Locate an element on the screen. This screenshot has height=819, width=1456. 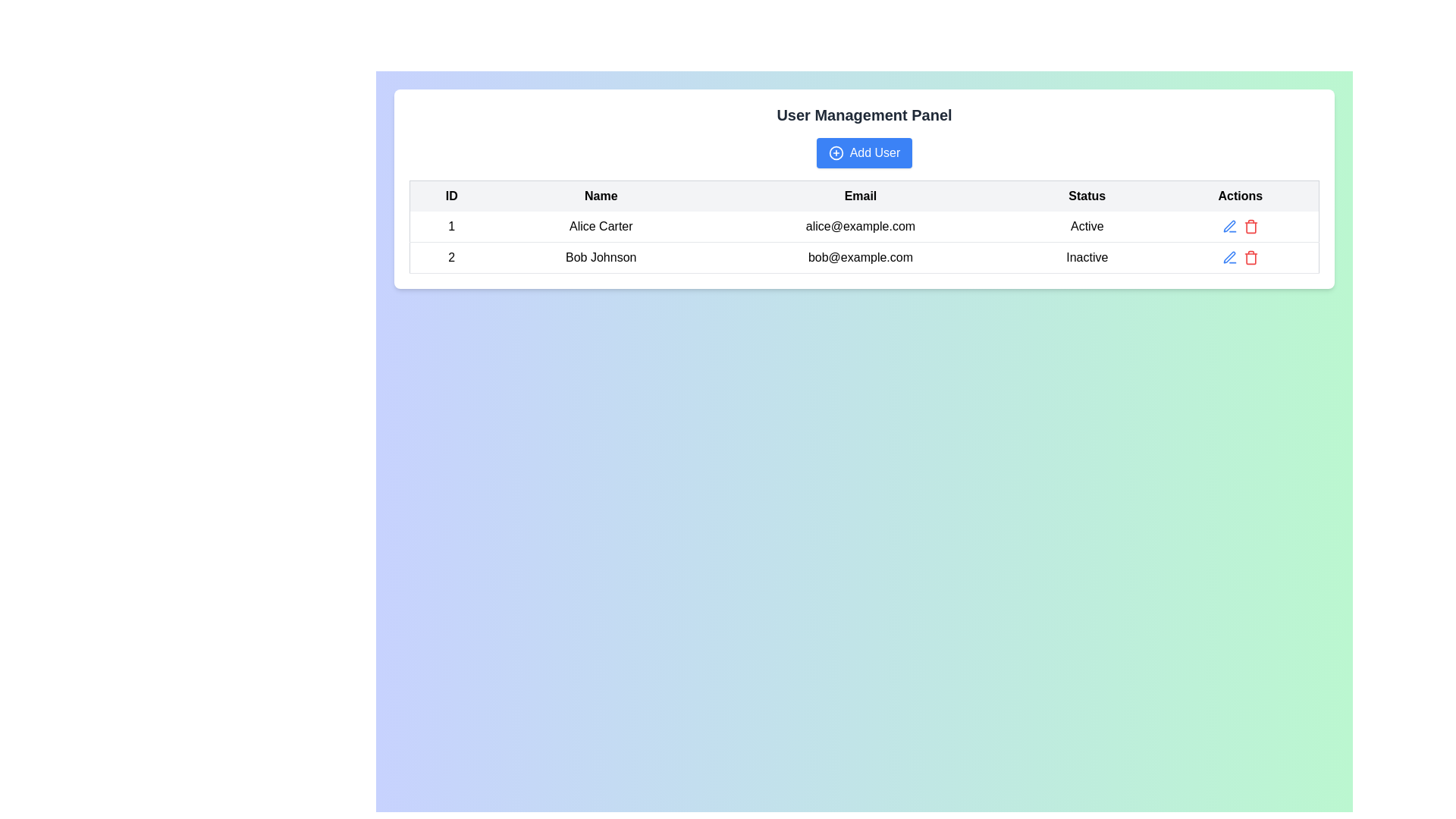
the 'ID' table header to understand the column's data type is located at coordinates (450, 195).